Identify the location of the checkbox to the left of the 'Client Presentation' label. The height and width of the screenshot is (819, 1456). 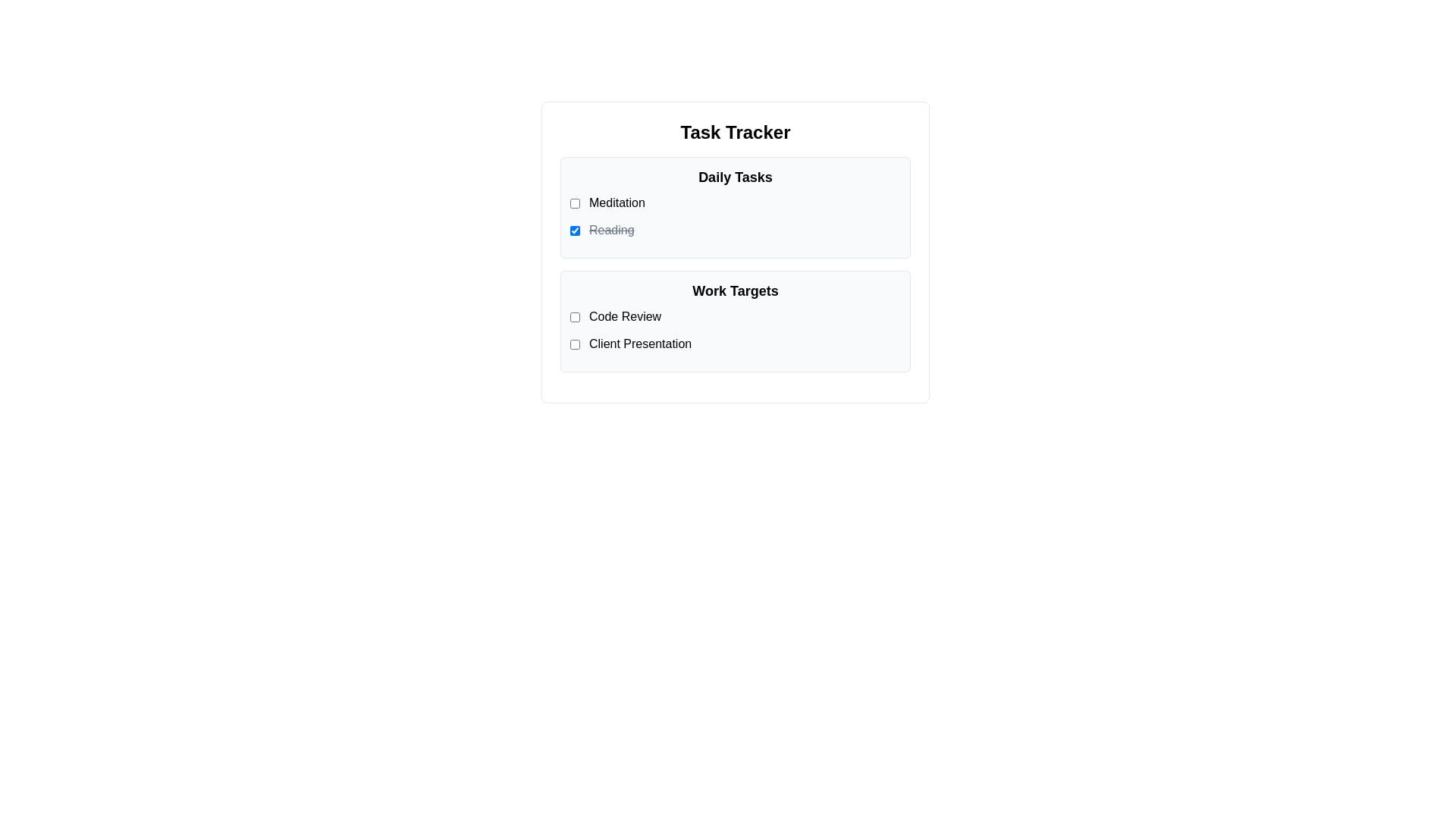
(574, 344).